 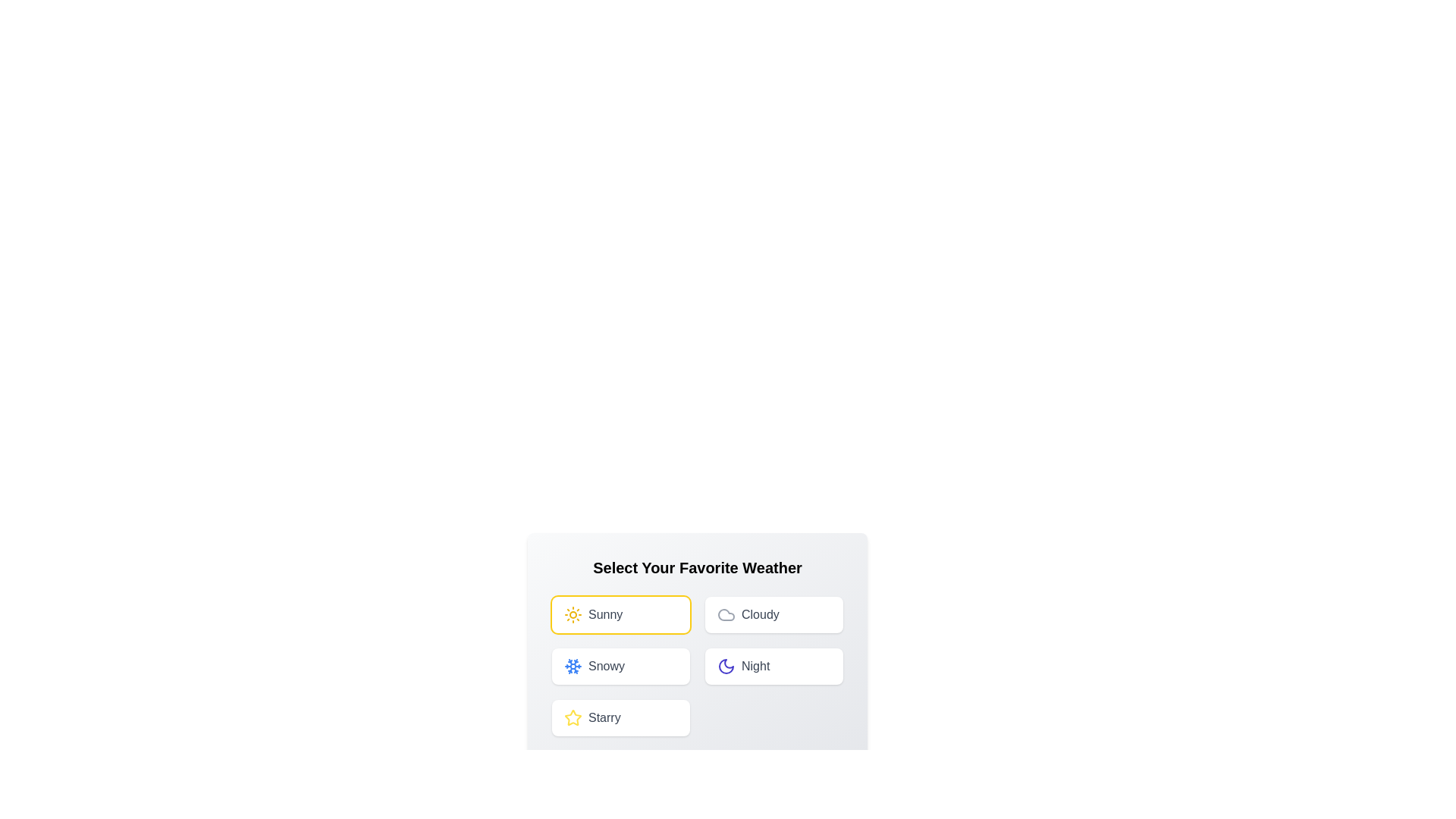 What do you see at coordinates (697, 567) in the screenshot?
I see `the text label displaying 'Select Your Favorite Weather', which is a large, bold, centered heading above the weather selection options` at bounding box center [697, 567].